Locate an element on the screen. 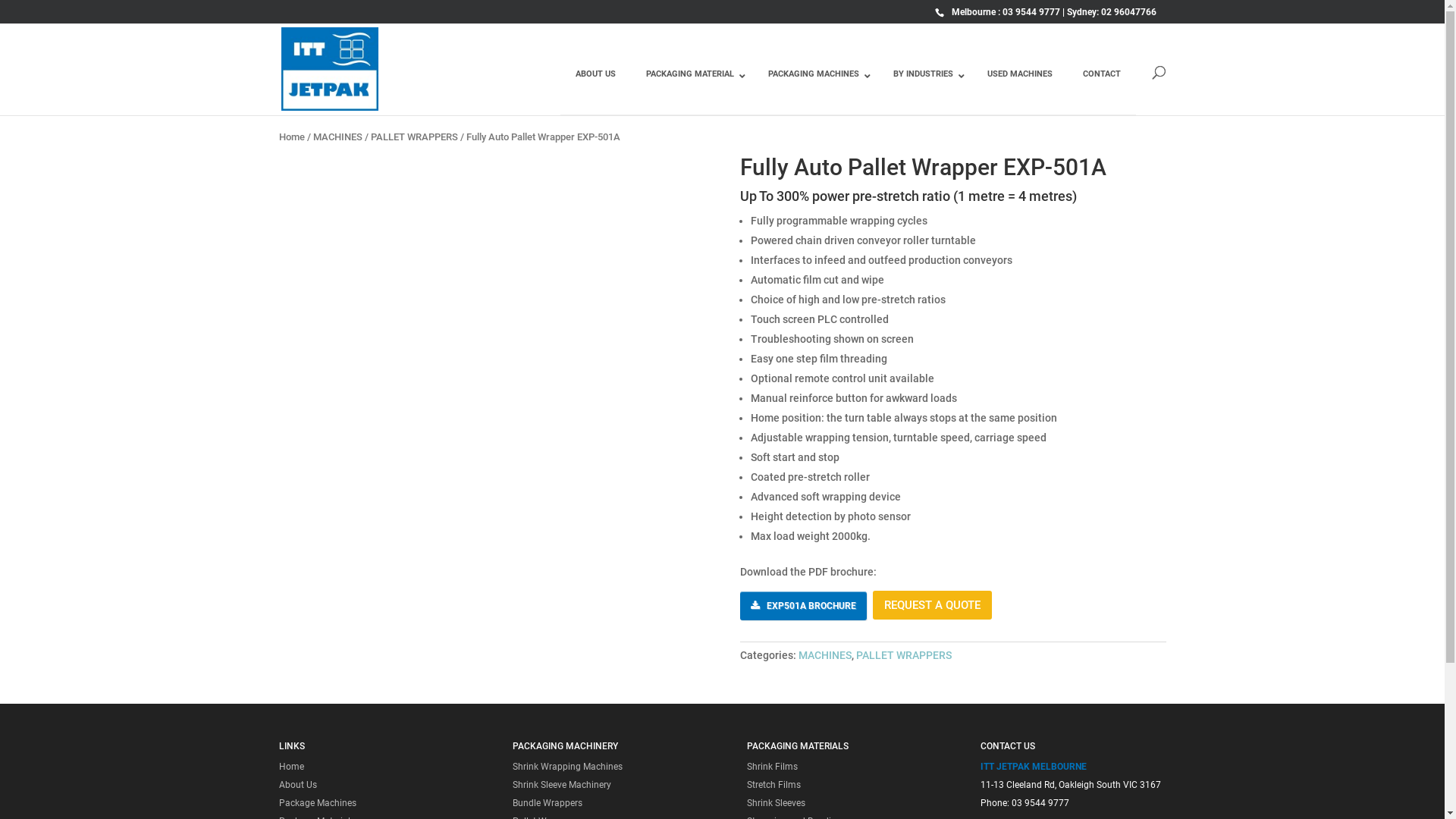 The height and width of the screenshot is (819, 1456). 'PACKAGING MACHINES' is located at coordinates (814, 85).